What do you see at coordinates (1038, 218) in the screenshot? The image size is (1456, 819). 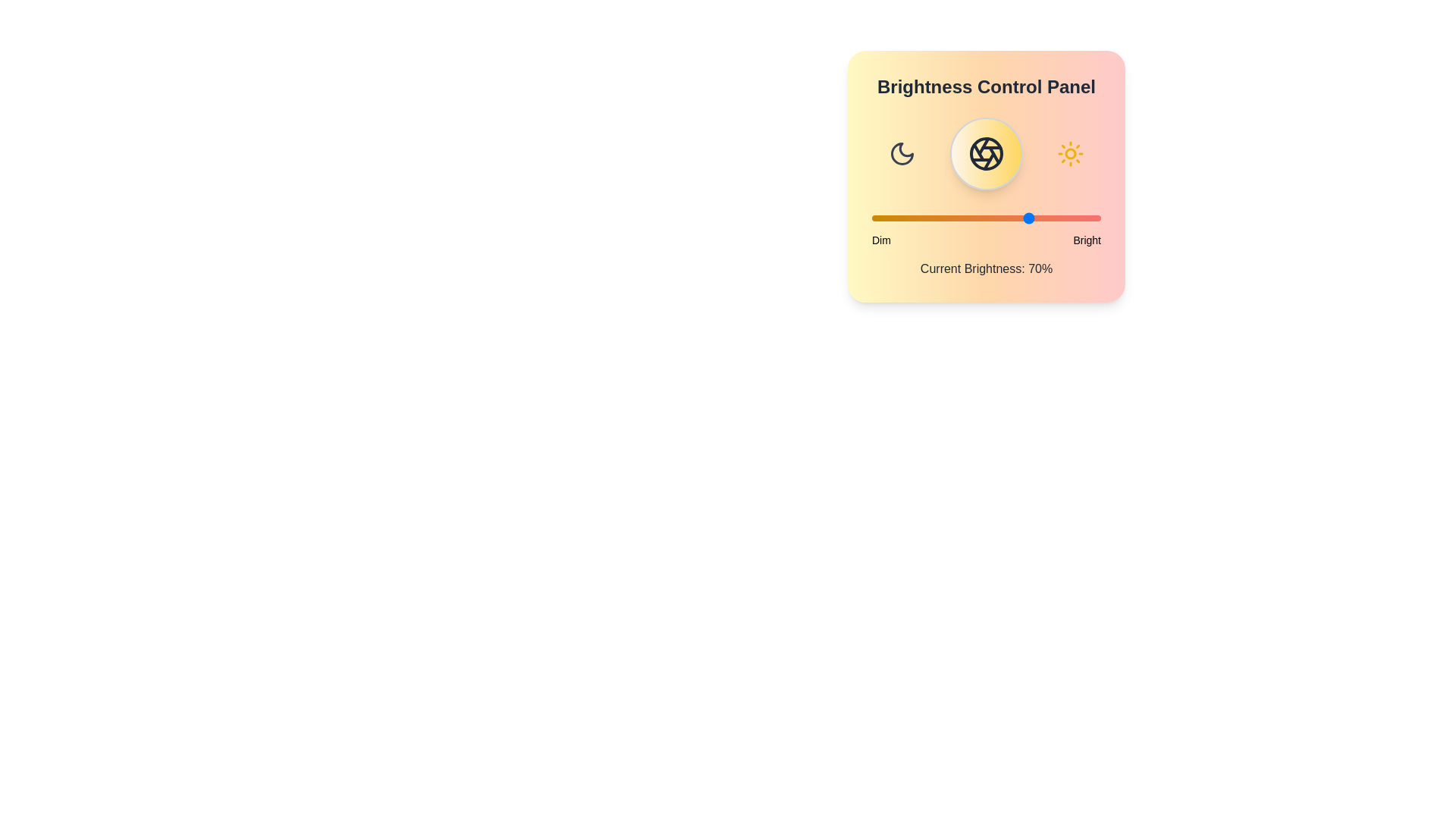 I see `the brightness slider to 73%` at bounding box center [1038, 218].